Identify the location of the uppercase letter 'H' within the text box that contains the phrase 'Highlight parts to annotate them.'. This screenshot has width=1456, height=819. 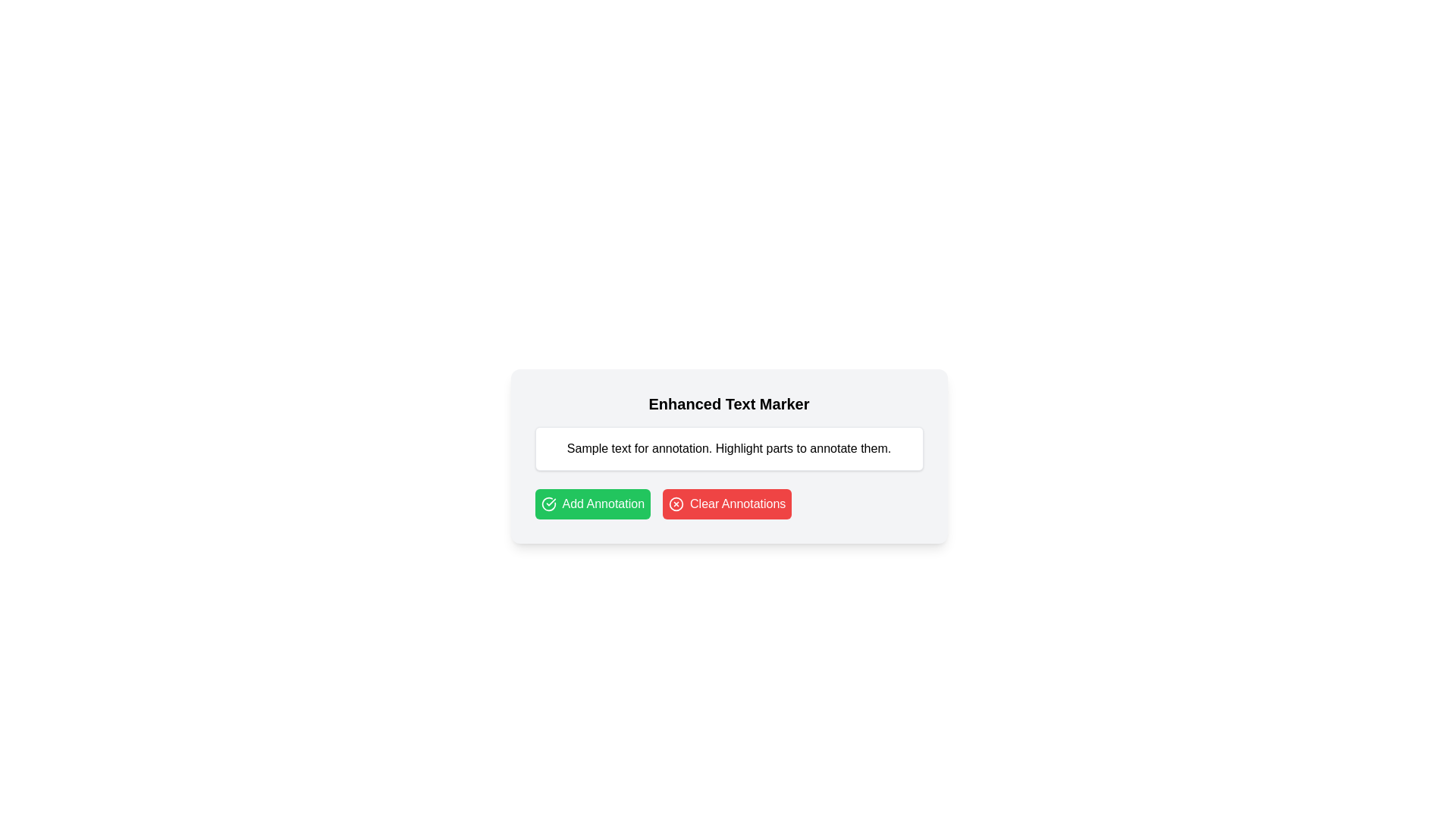
(719, 447).